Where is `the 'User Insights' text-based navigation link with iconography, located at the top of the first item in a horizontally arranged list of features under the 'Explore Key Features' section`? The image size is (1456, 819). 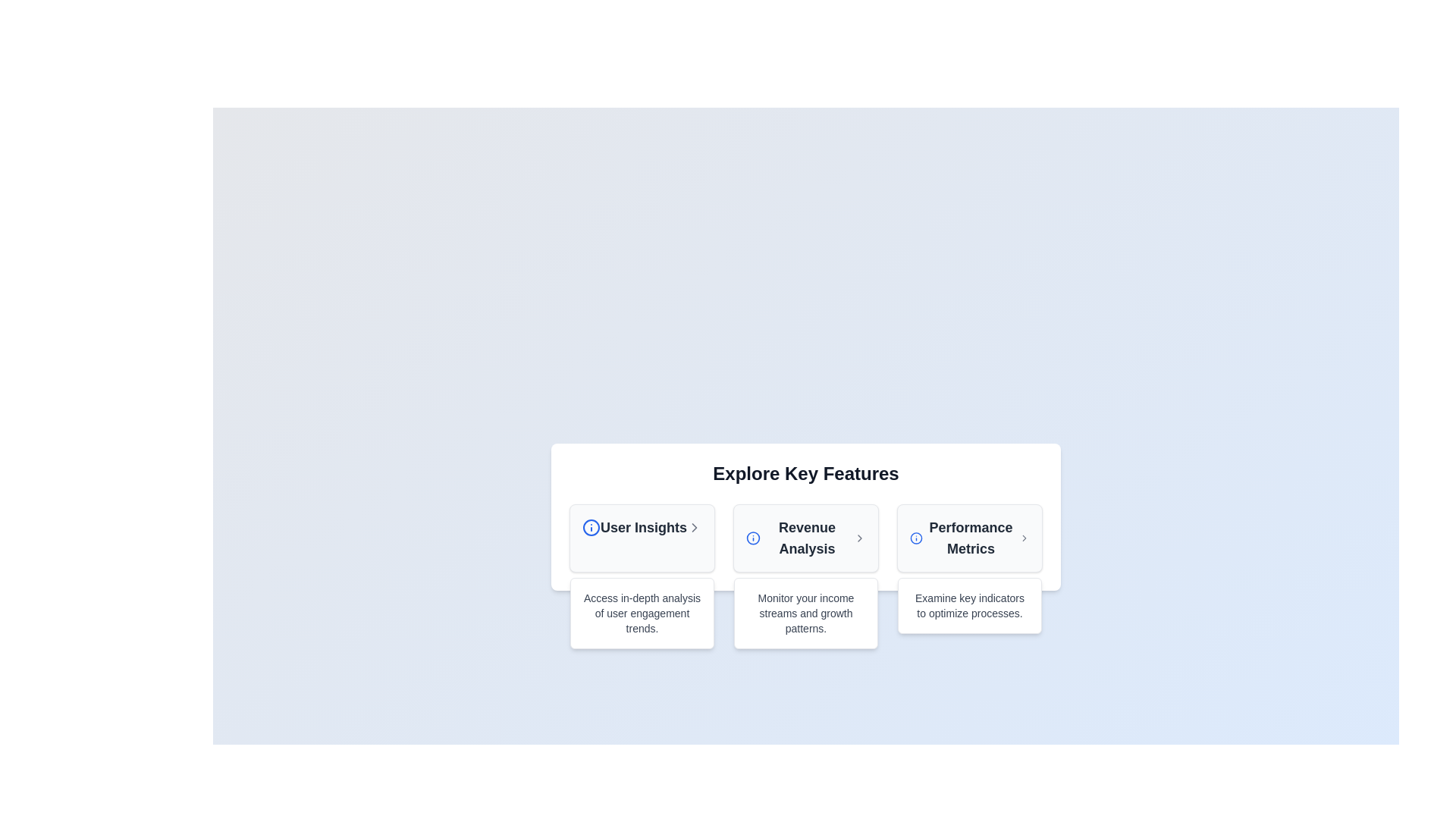 the 'User Insights' text-based navigation link with iconography, located at the top of the first item in a horizontally arranged list of features under the 'Explore Key Features' section is located at coordinates (642, 526).